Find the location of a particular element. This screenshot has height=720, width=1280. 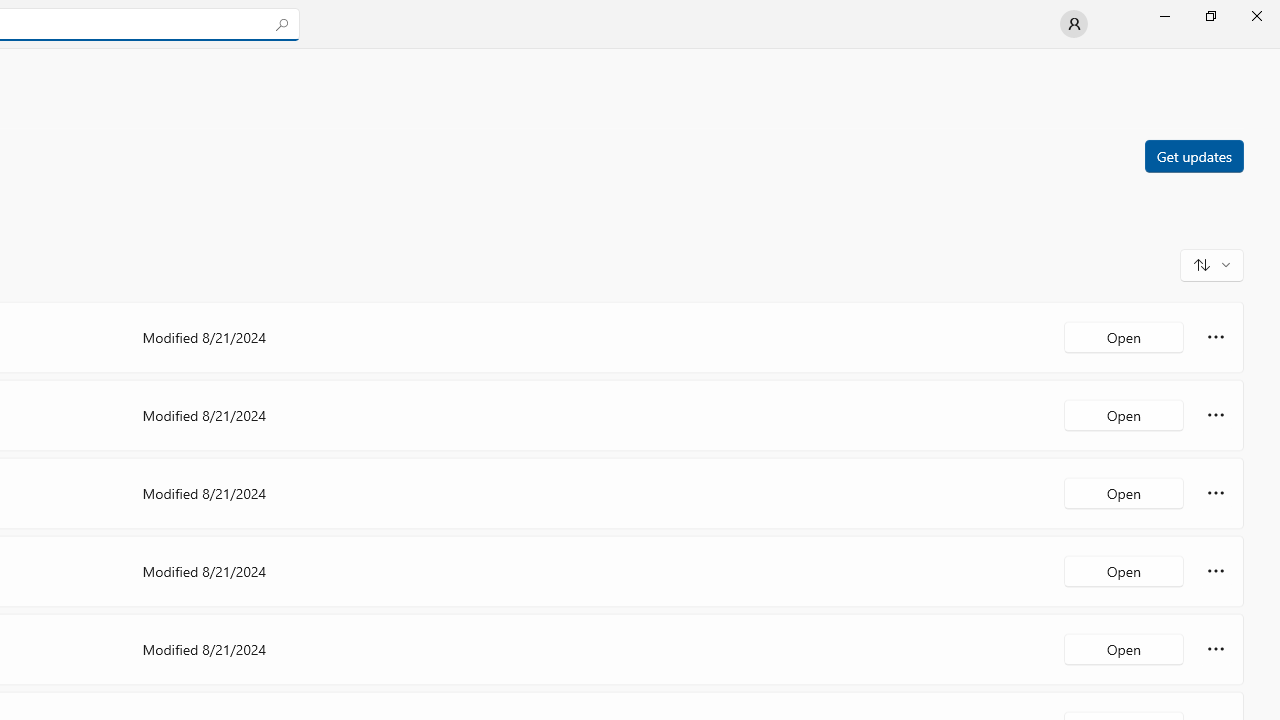

'Minimize Microsoft Store' is located at coordinates (1164, 15).